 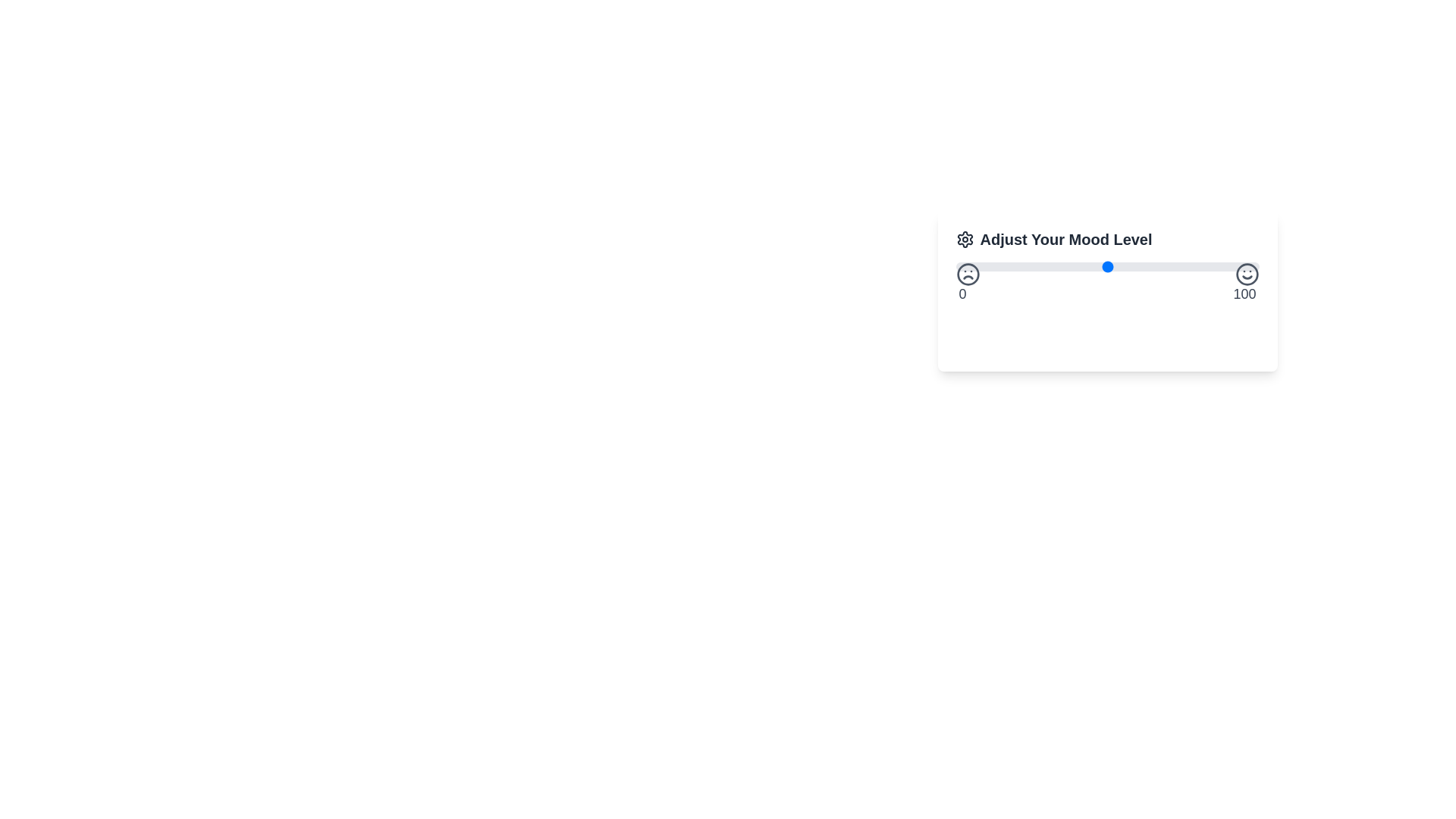 I want to click on the circular base of the smiling face emoji icon, which represents the maximum value of the mood adjustment slider, located on the far right of the slider adjacent to the '100' label, so click(x=1247, y=275).